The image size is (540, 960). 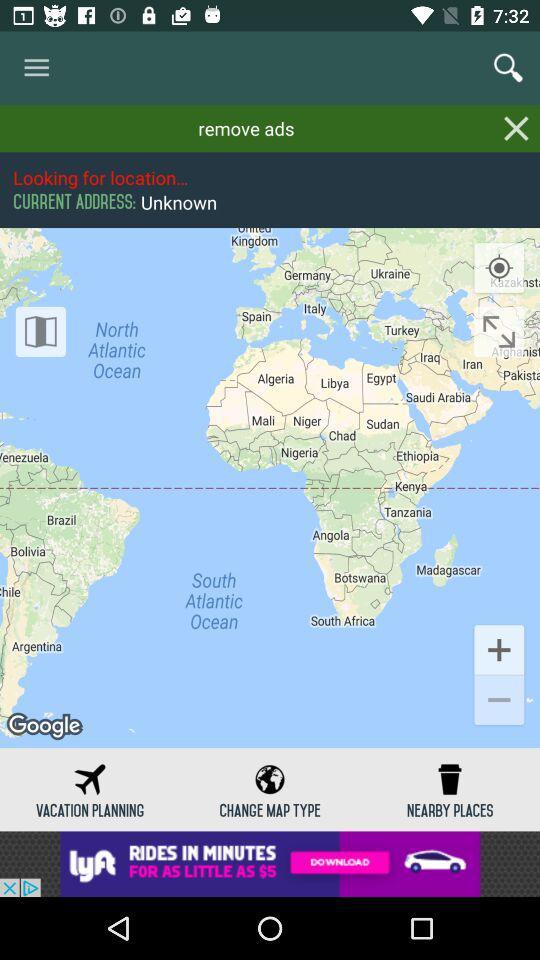 What do you see at coordinates (40, 331) in the screenshot?
I see `change map view` at bounding box center [40, 331].